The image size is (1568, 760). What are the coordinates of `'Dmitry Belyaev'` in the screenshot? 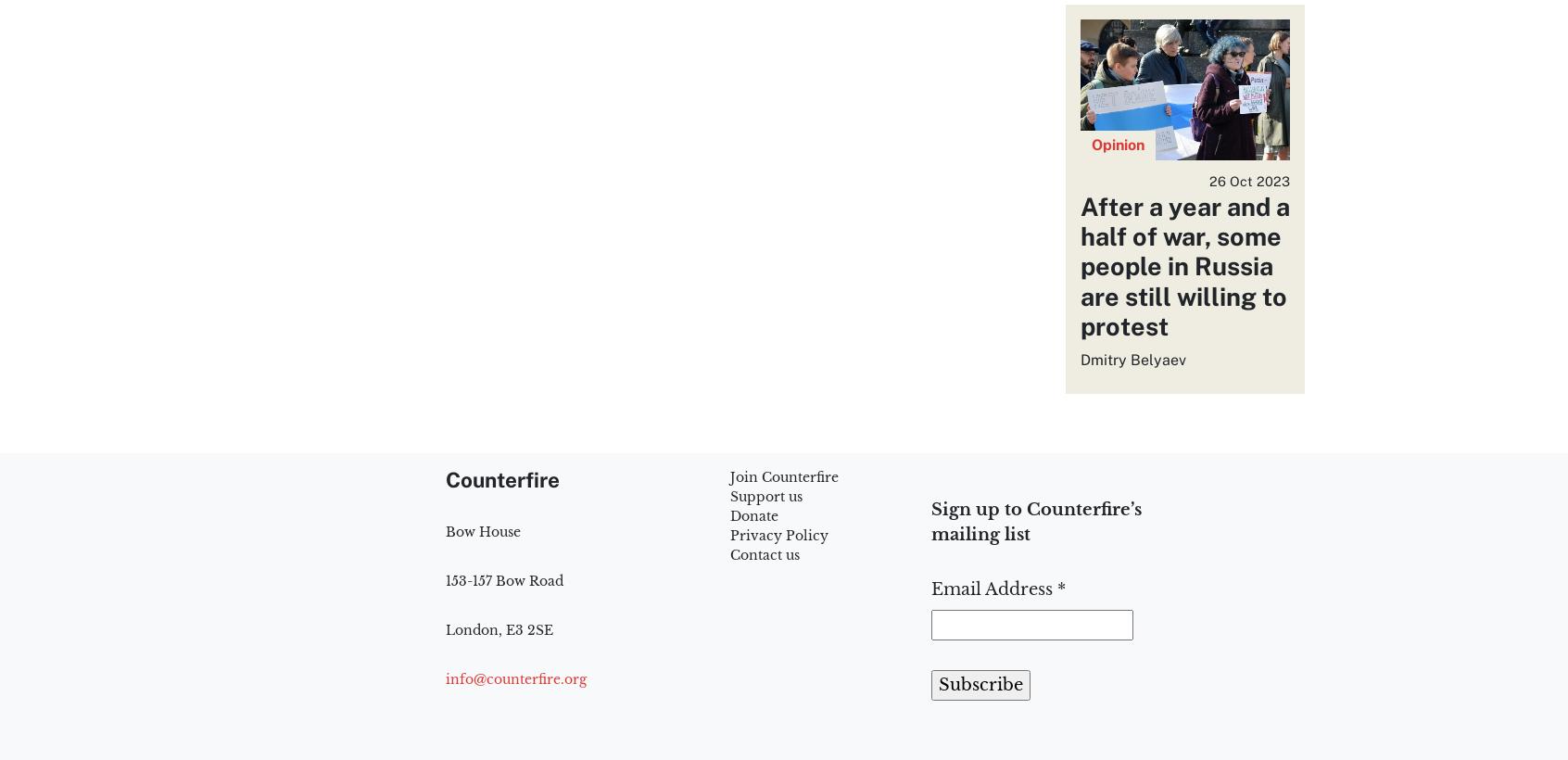 It's located at (1078, 359).